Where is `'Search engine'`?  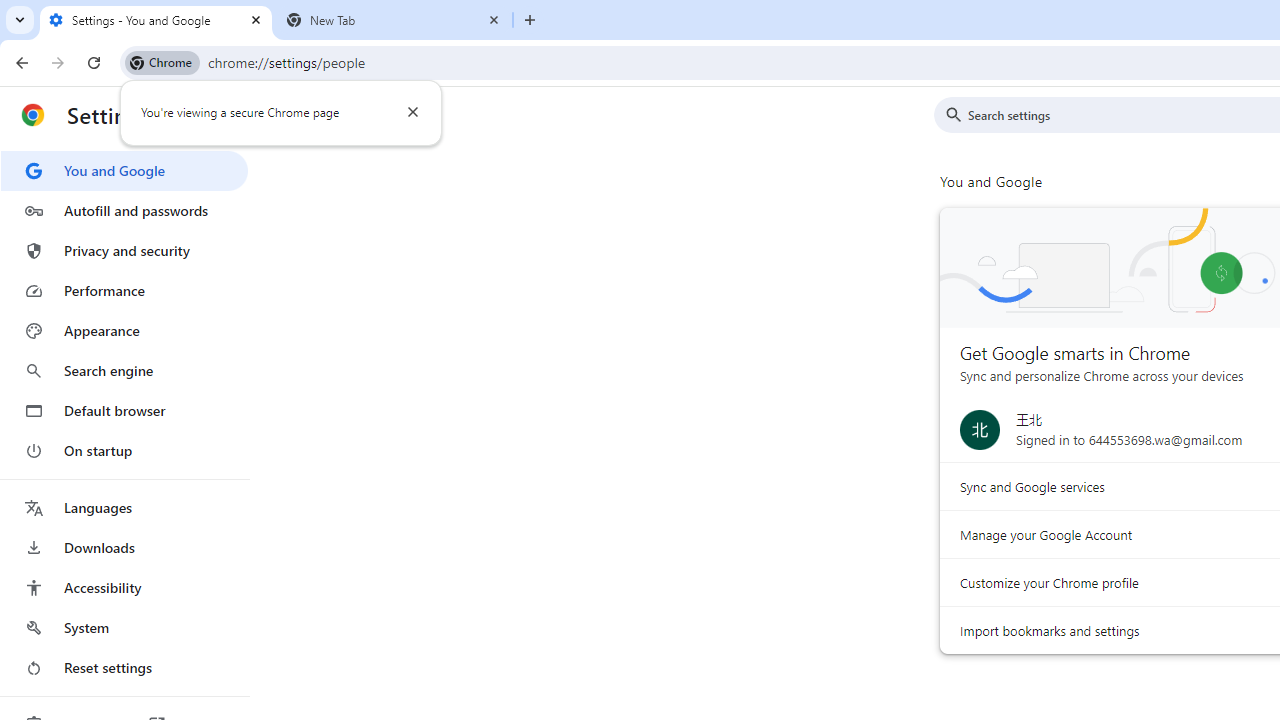 'Search engine' is located at coordinates (123, 371).